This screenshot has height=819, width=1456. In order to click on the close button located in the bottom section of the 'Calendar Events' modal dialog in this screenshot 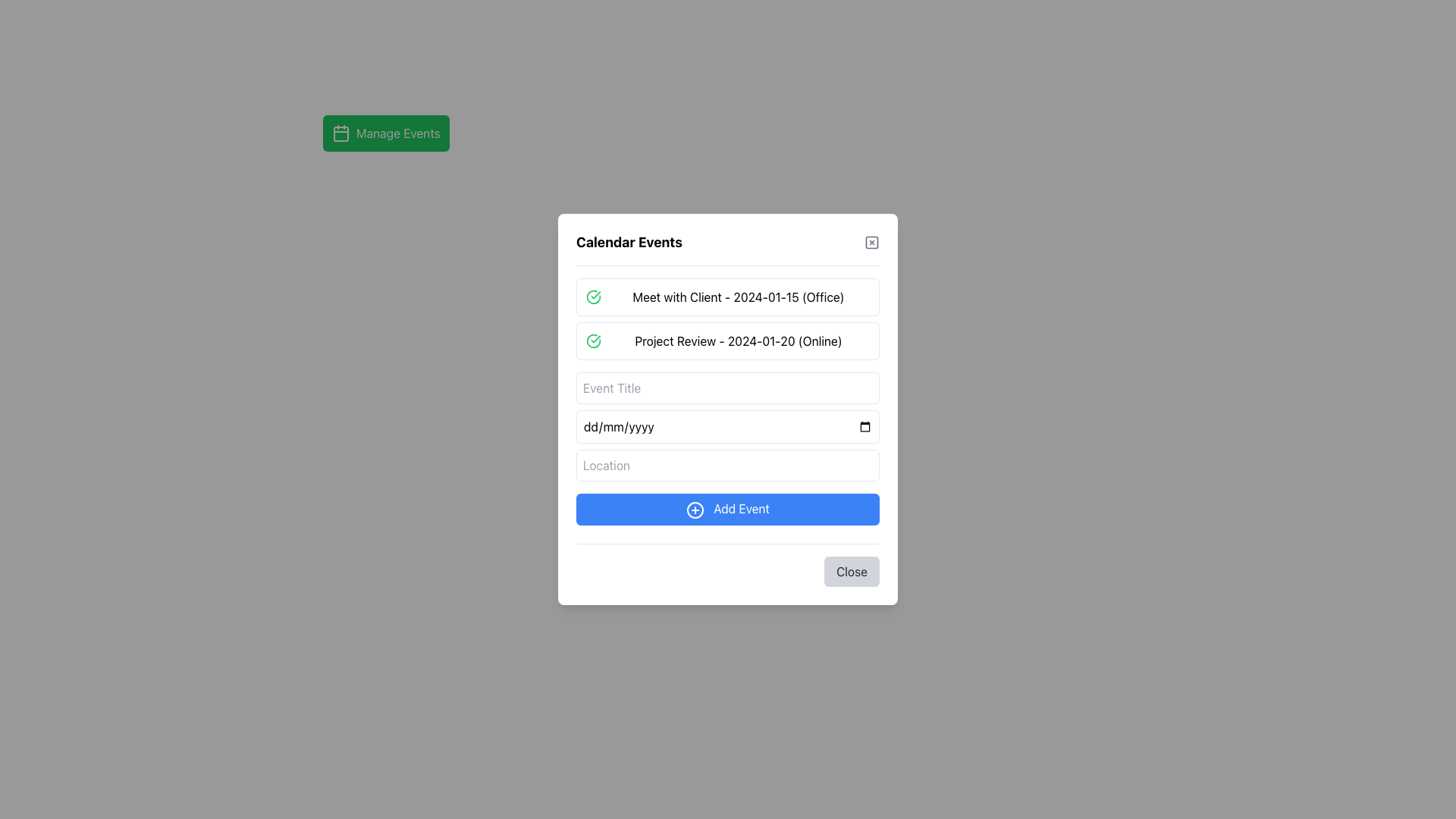, I will do `click(728, 564)`.